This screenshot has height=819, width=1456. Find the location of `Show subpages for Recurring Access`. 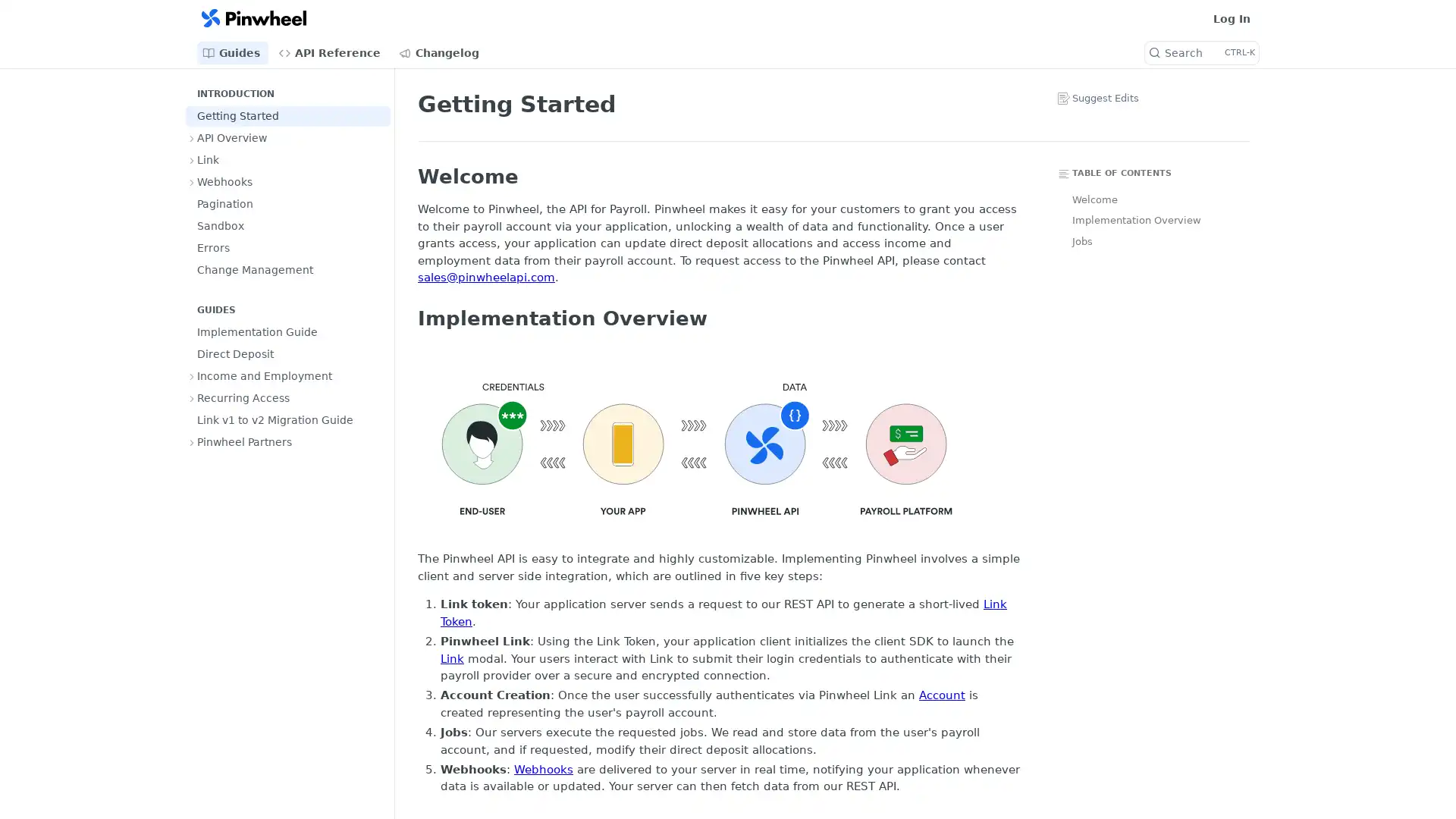

Show subpages for Recurring Access is located at coordinates (192, 397).